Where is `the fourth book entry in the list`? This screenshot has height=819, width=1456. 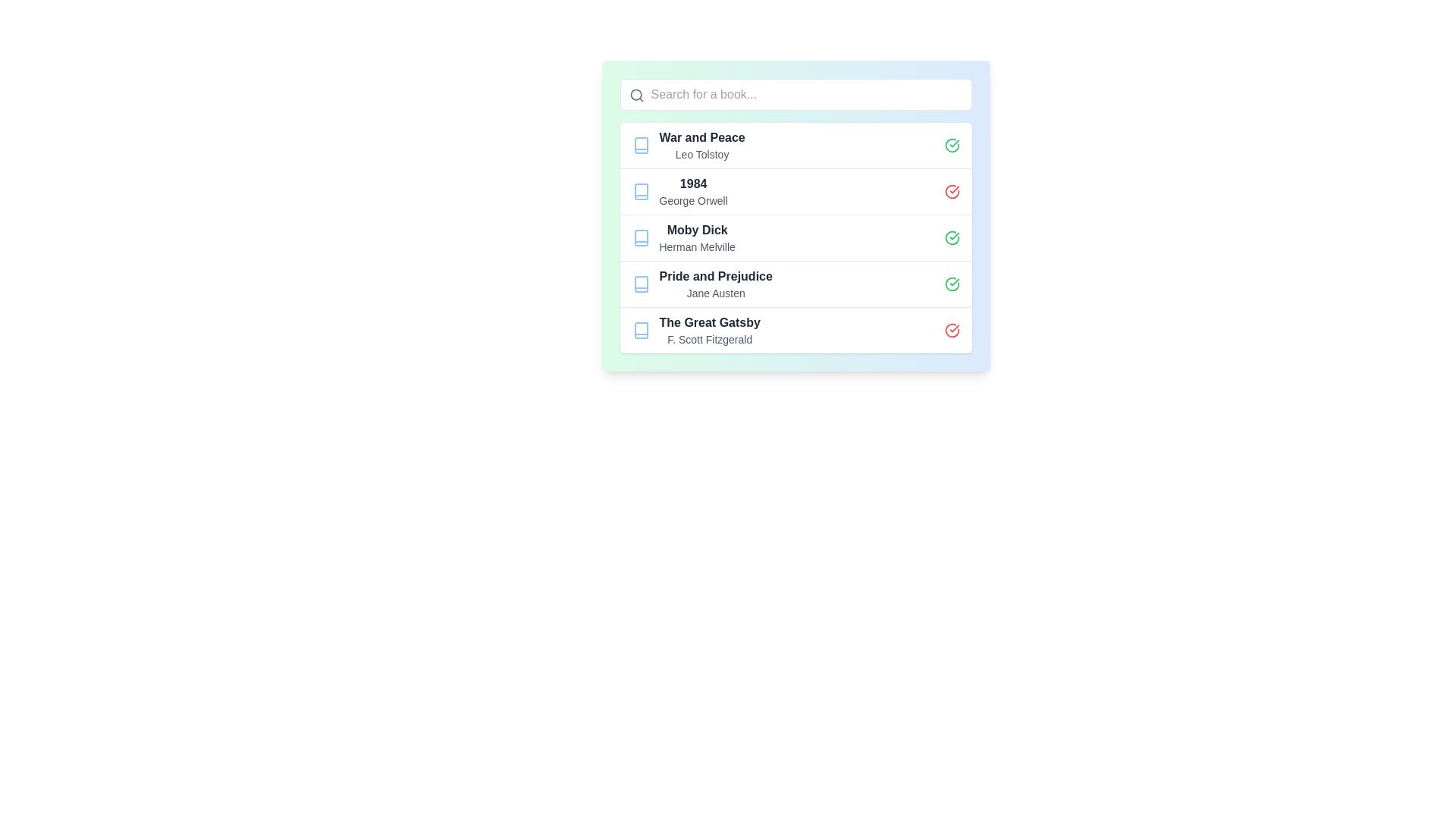 the fourth book entry in the list is located at coordinates (795, 284).